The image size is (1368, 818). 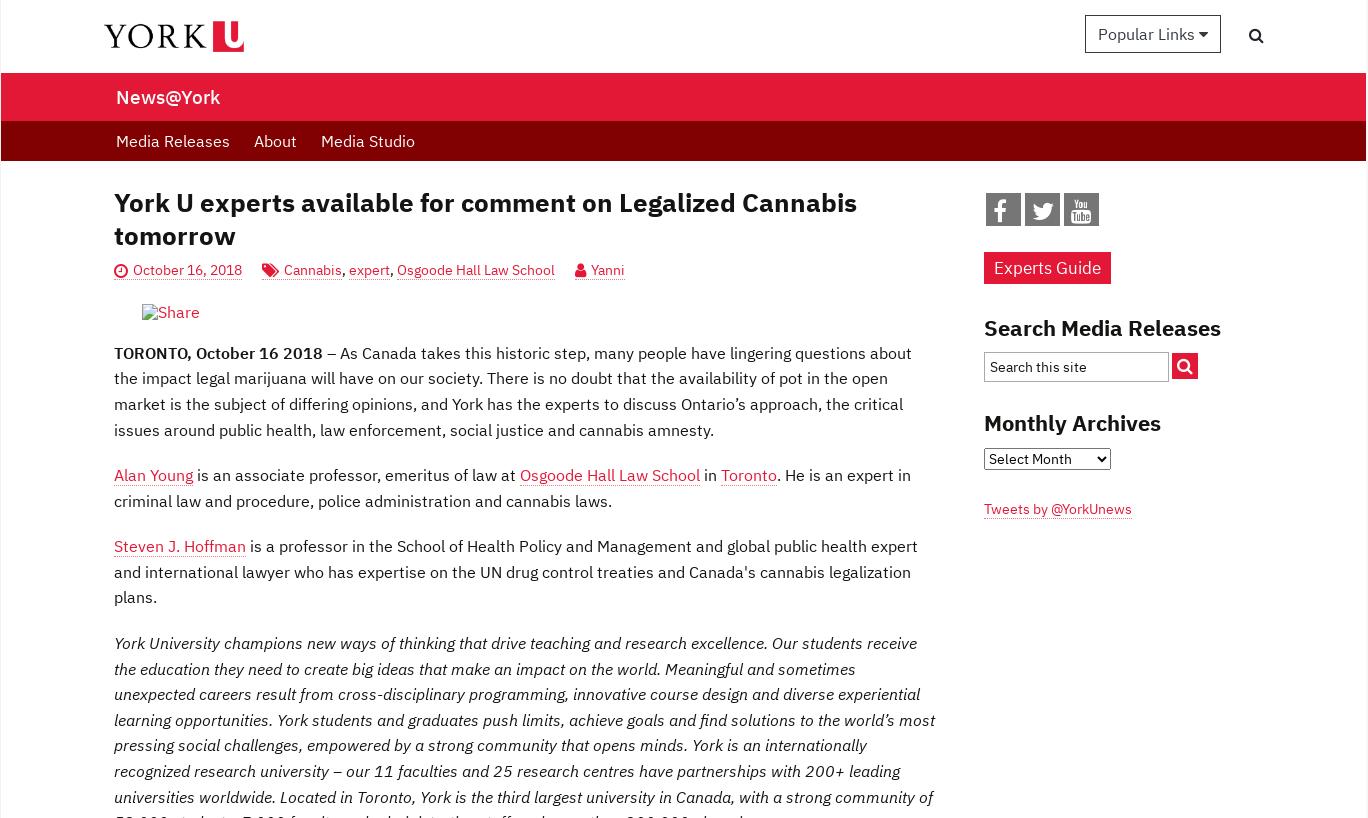 I want to click on 'Alan Young', so click(x=153, y=474).